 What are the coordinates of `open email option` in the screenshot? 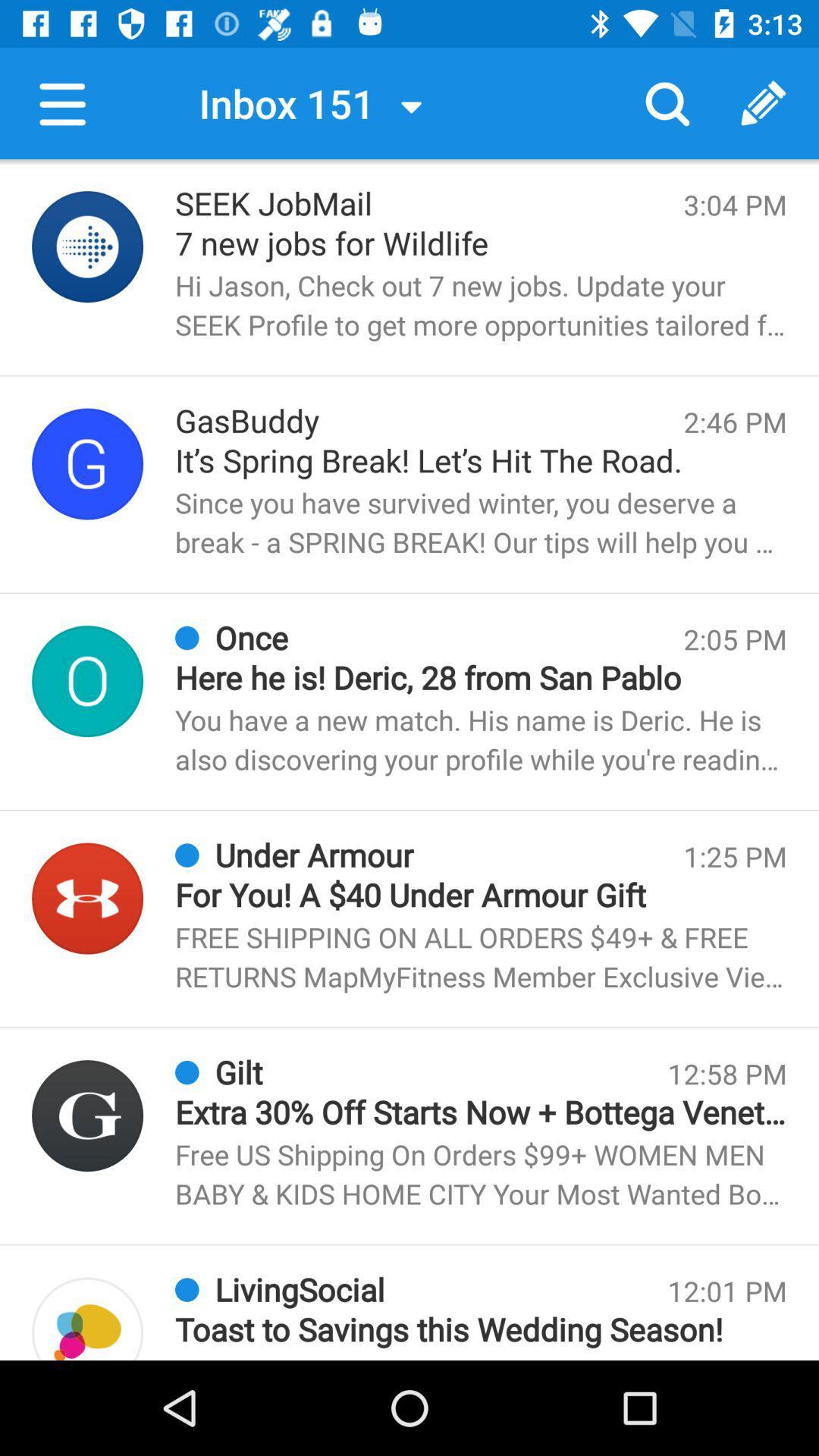 It's located at (87, 899).